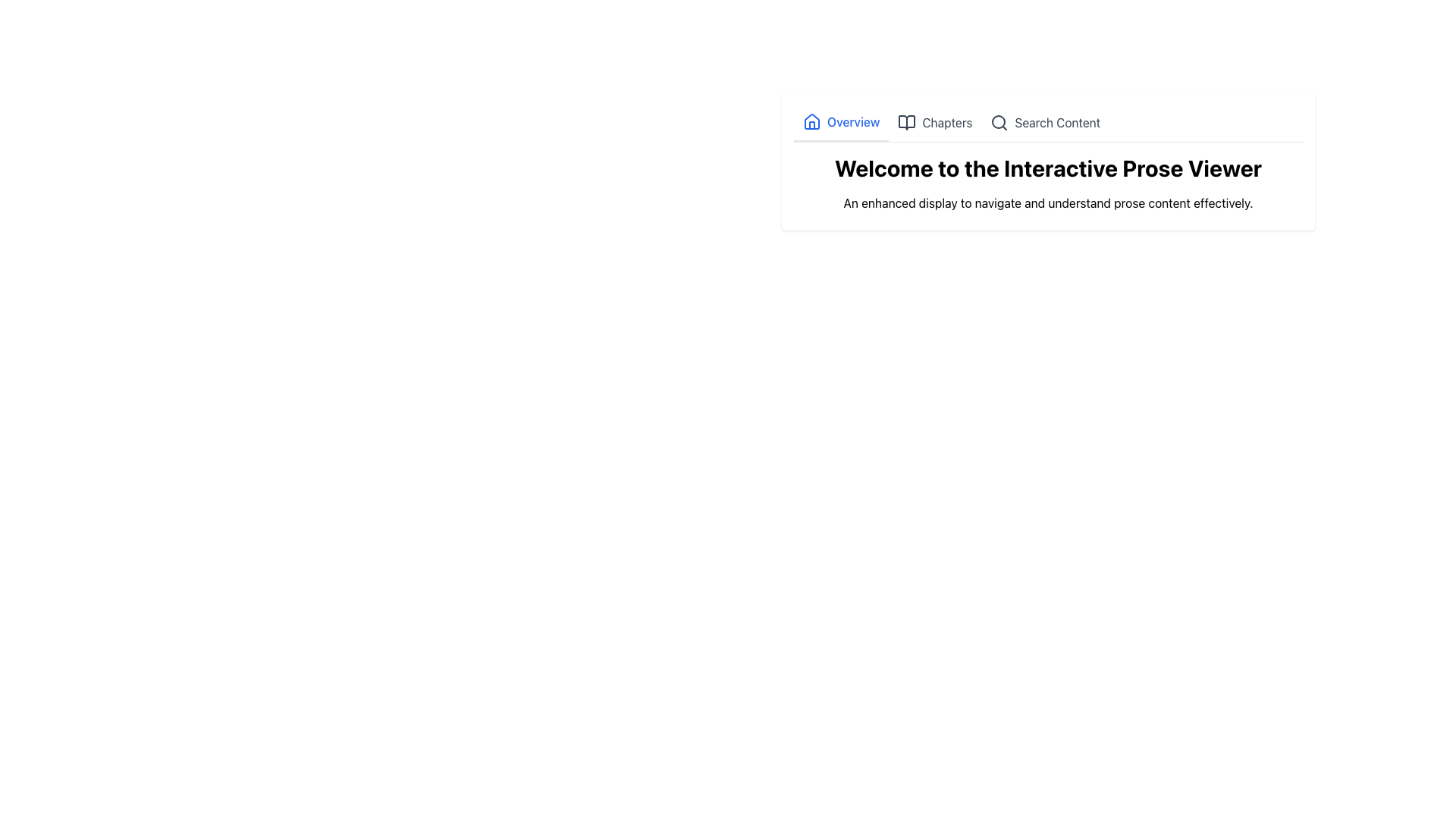 Image resolution: width=1456 pixels, height=819 pixels. What do you see at coordinates (811, 121) in the screenshot?
I see `the 'Overview' icon located in the top right navigation bar` at bounding box center [811, 121].